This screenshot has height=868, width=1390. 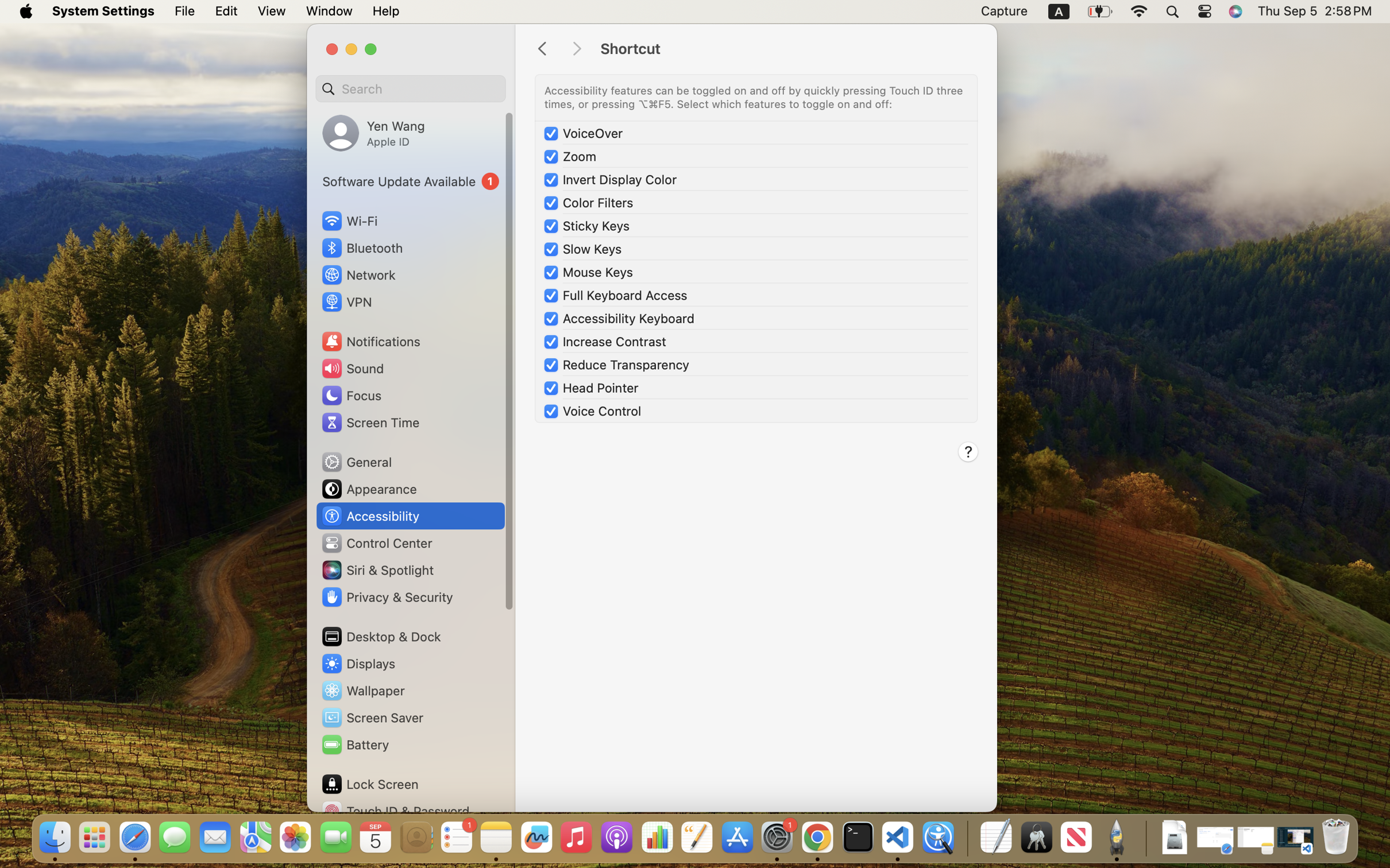 I want to click on 'Lock Screen', so click(x=370, y=783).